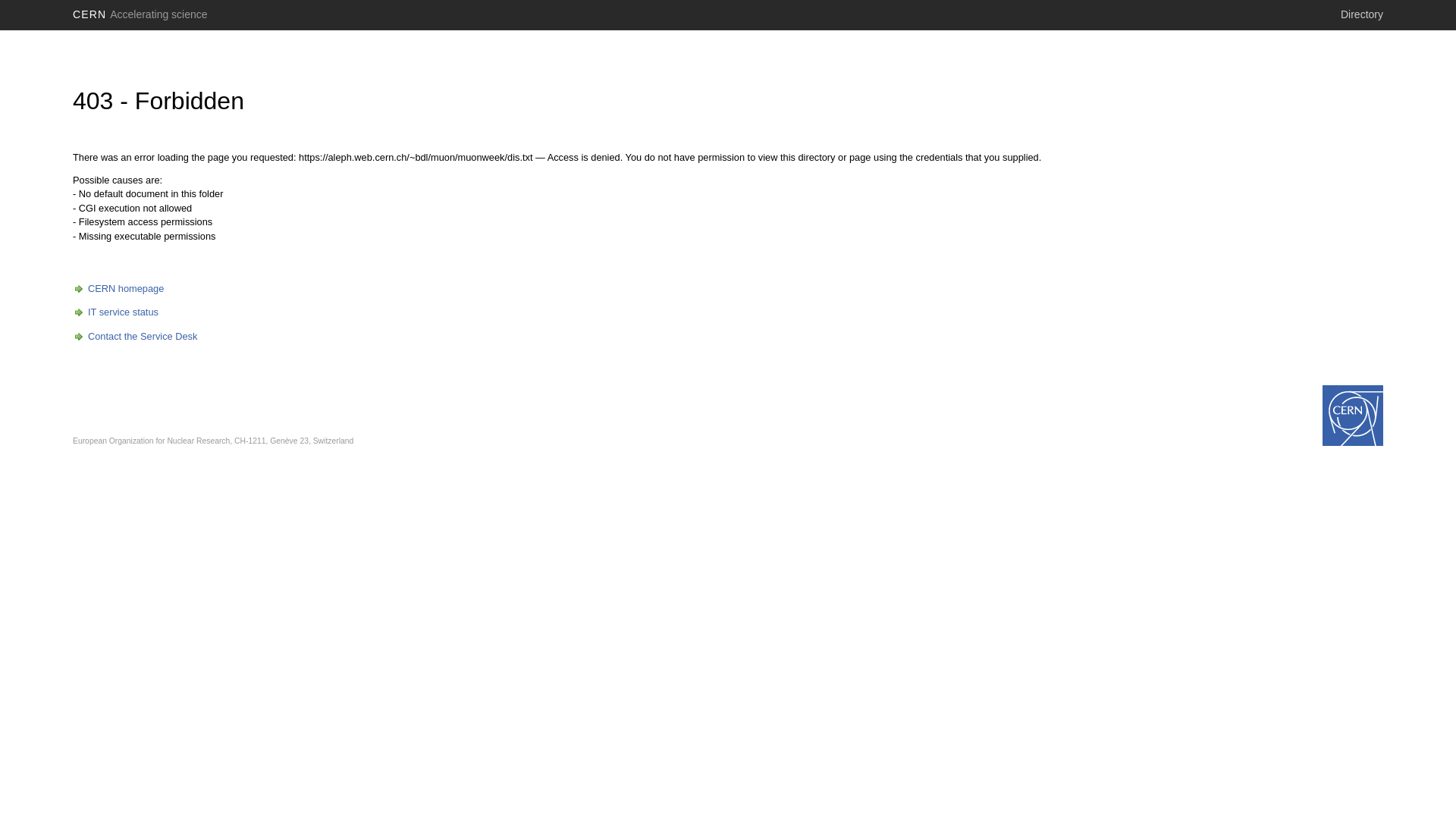  I want to click on 'CERN Accelerating science', so click(140, 14).